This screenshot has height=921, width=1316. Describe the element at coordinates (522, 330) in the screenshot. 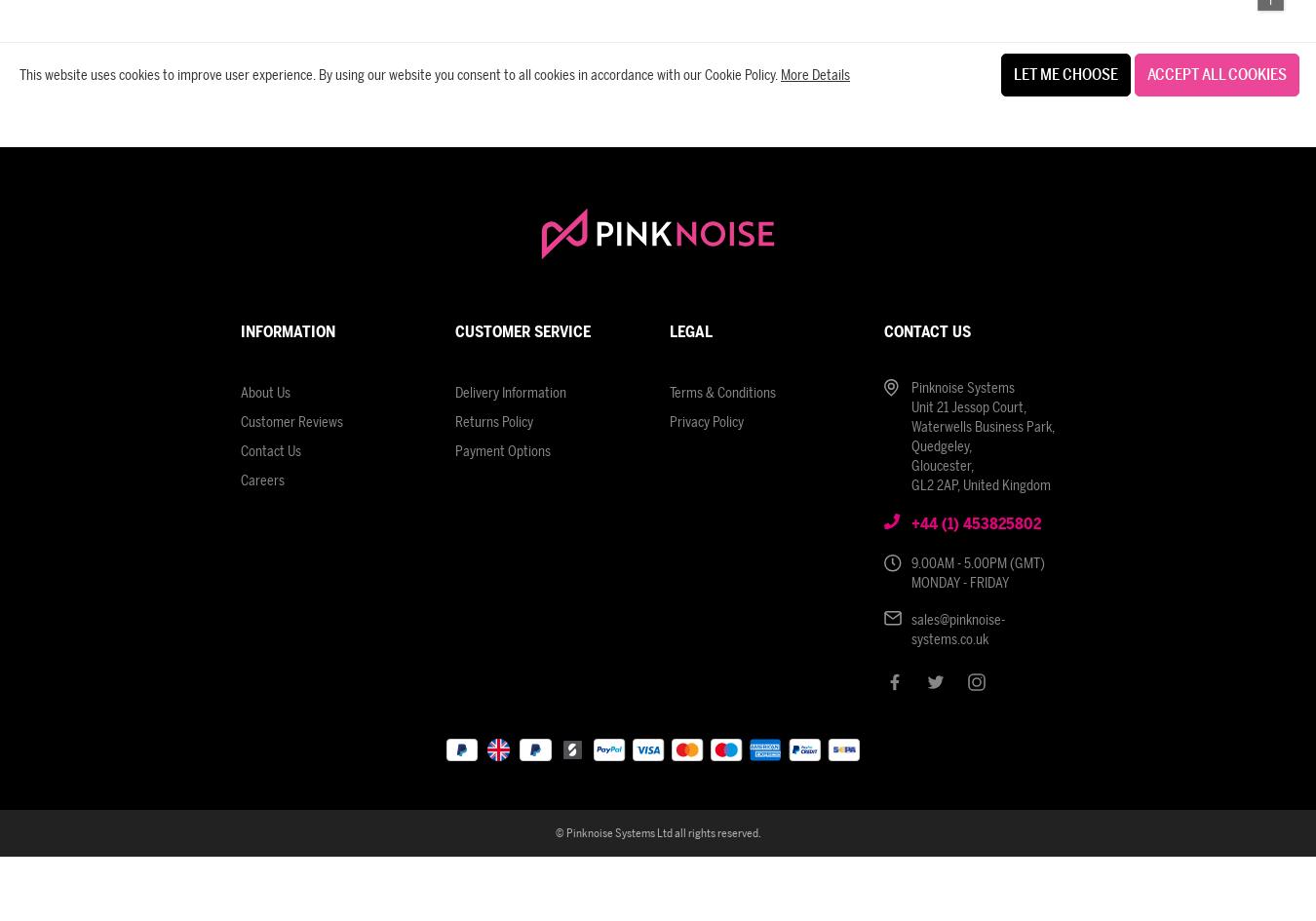

I see `'Customer Service'` at that location.